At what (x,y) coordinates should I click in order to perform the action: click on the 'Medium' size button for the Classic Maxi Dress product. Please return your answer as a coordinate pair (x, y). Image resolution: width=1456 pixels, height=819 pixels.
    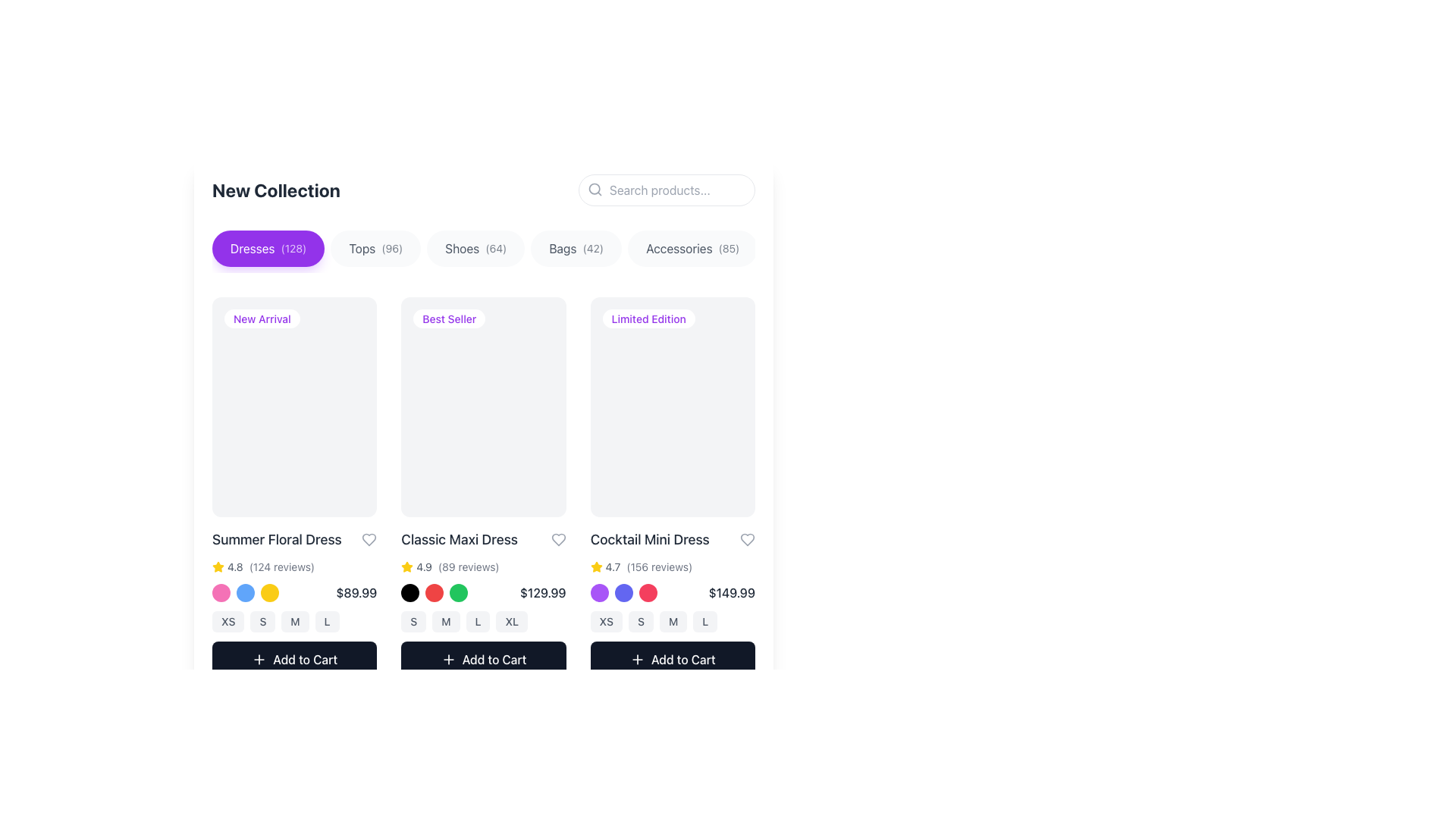
    Looking at the image, I should click on (445, 621).